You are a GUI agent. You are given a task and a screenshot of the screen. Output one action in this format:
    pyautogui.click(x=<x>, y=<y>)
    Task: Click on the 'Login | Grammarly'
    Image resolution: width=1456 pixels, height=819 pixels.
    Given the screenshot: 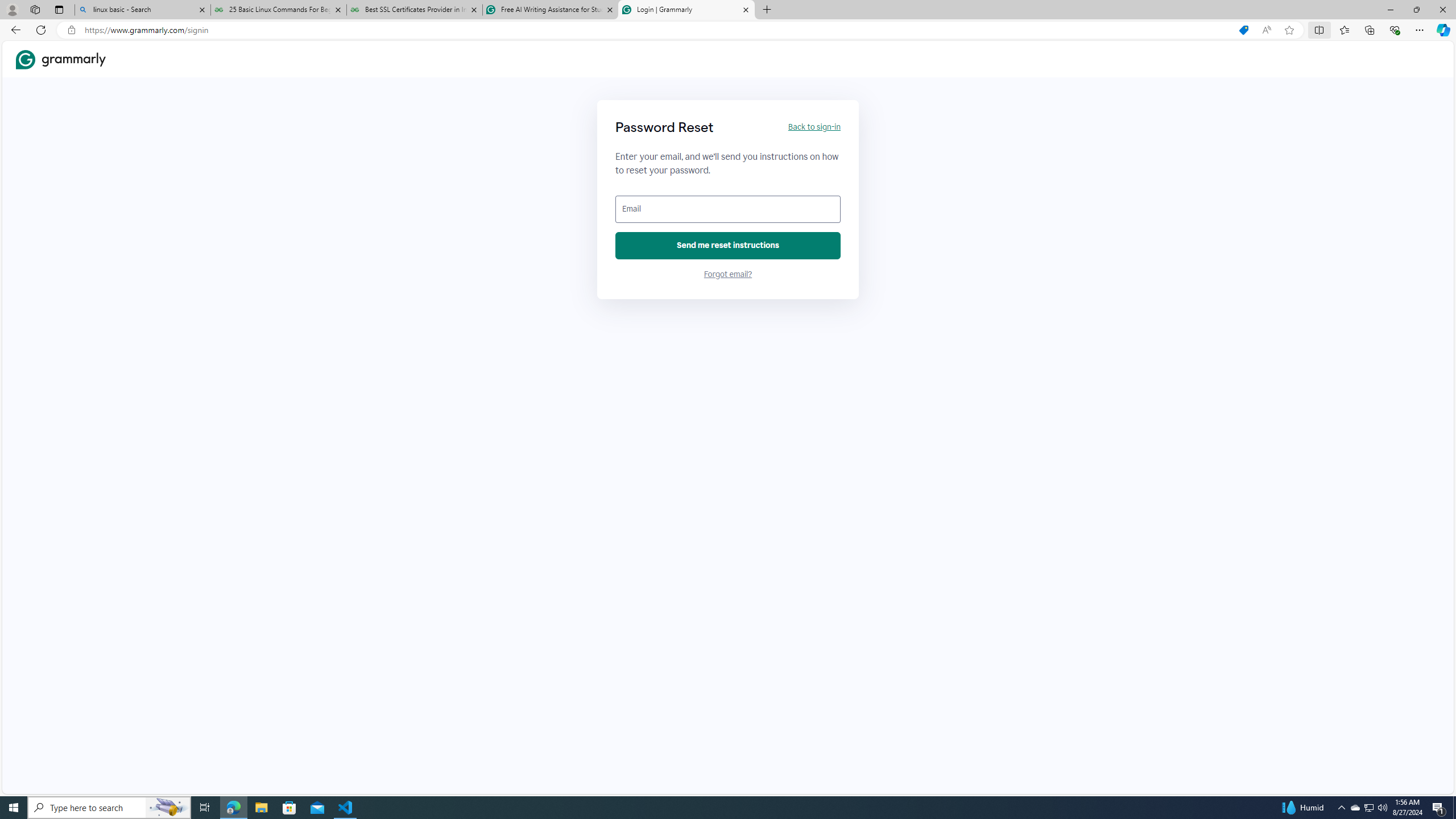 What is the action you would take?
    pyautogui.click(x=685, y=9)
    